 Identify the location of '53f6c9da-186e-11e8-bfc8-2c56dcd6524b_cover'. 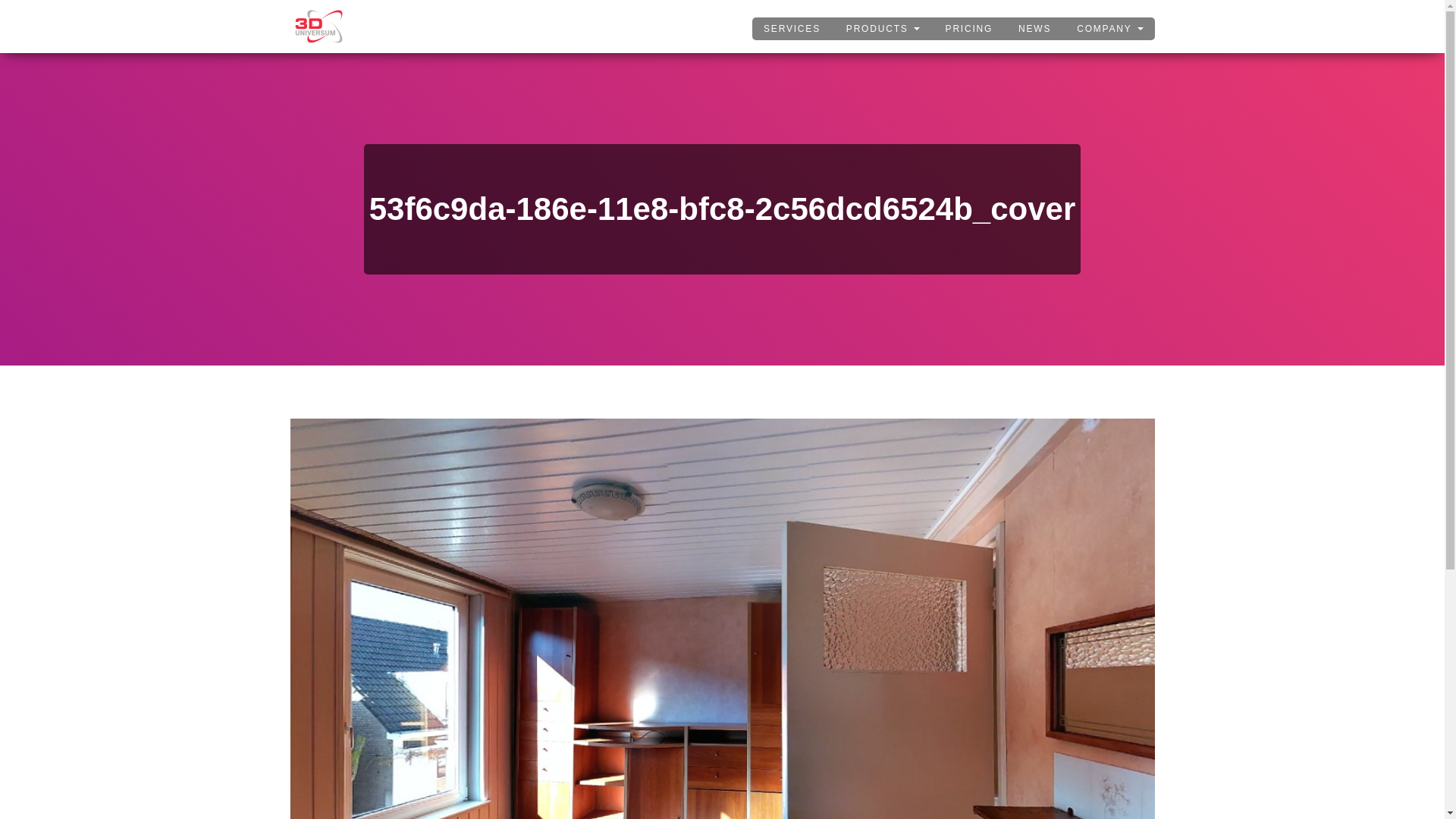
(290, 687).